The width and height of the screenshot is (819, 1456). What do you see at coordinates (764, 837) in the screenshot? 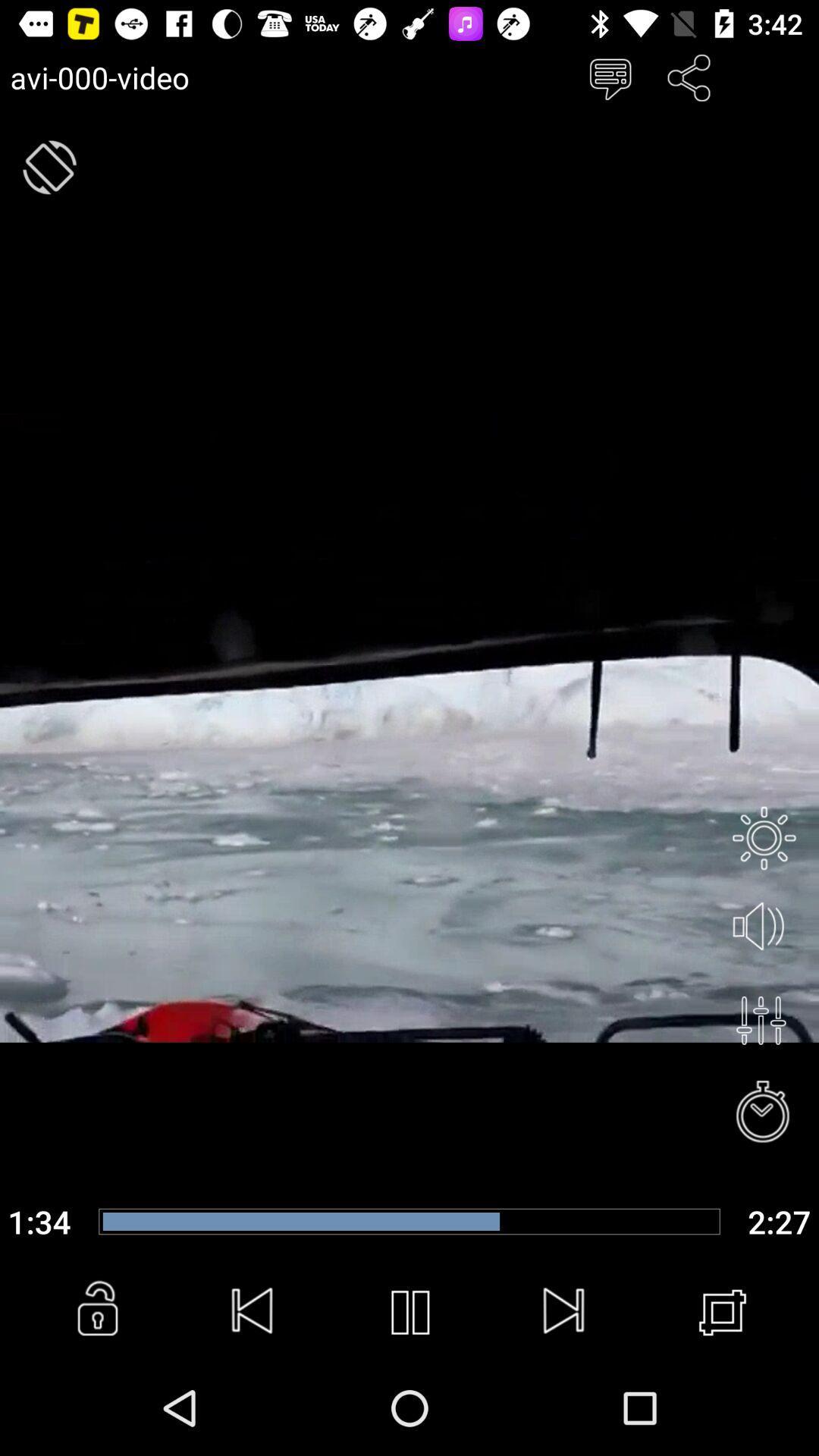
I see `setting page` at bounding box center [764, 837].